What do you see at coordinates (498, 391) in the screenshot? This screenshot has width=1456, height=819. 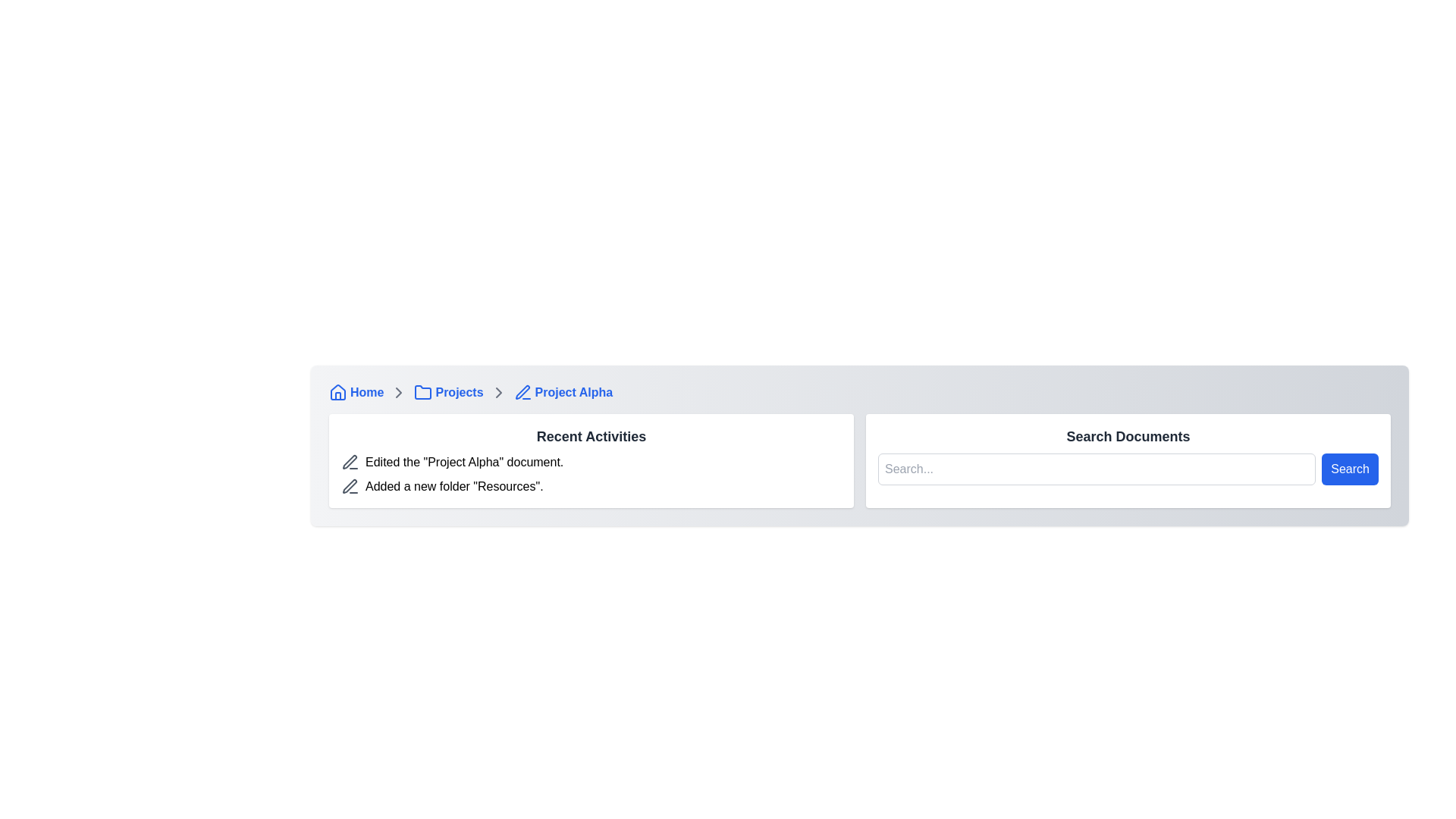 I see `the icon that serves as a visual separator in the breadcrumb navigation bar between 'Projects' and 'Project Alpha'` at bounding box center [498, 391].